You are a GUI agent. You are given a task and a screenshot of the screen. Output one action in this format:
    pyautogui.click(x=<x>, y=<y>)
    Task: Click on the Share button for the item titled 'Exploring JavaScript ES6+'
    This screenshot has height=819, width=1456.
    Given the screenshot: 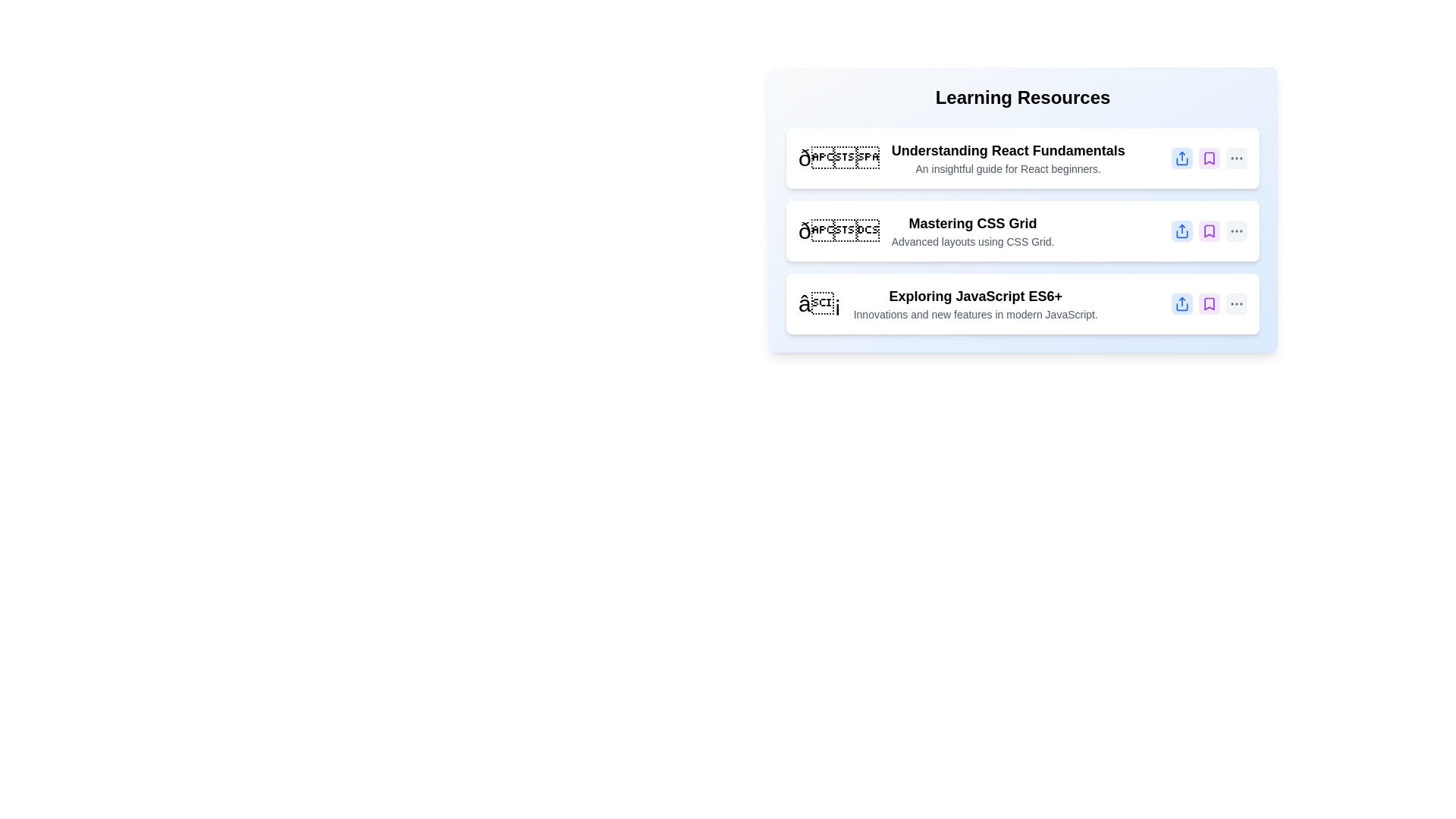 What is the action you would take?
    pyautogui.click(x=1181, y=304)
    